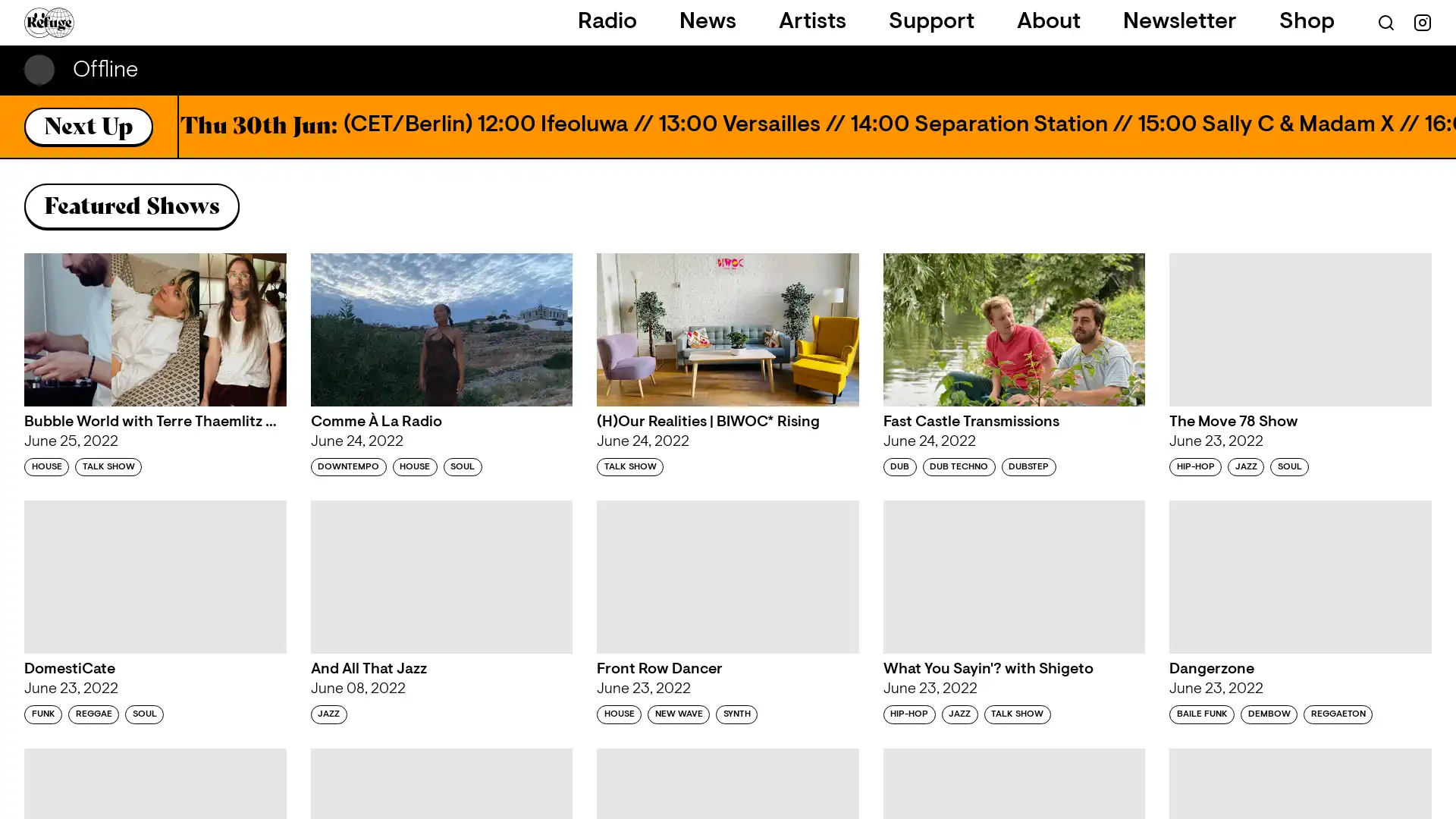  I want to click on What You Sayin'? with Shigeto, so click(1014, 576).